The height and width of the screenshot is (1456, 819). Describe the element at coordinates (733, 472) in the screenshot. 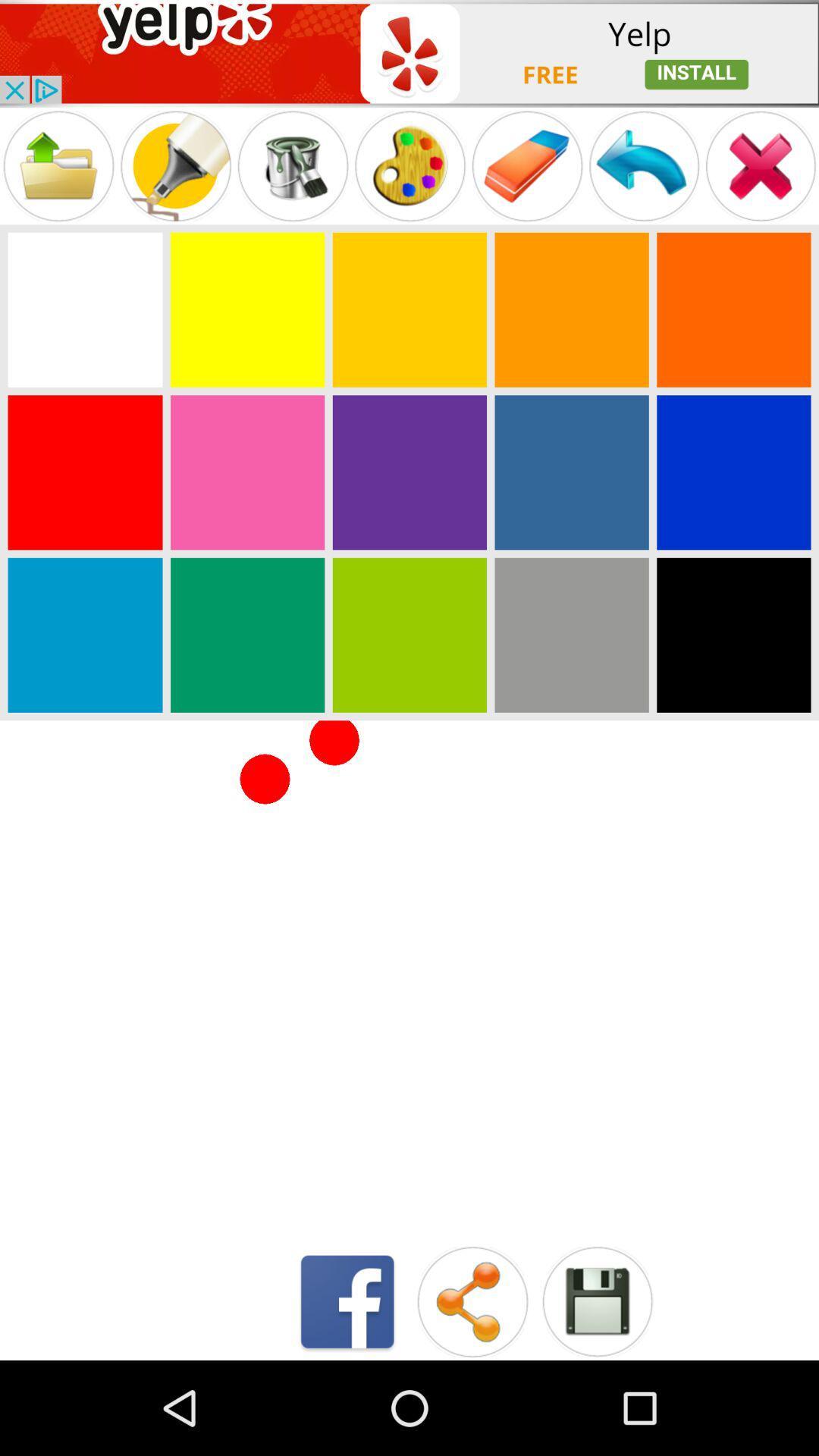

I see `use this colour` at that location.